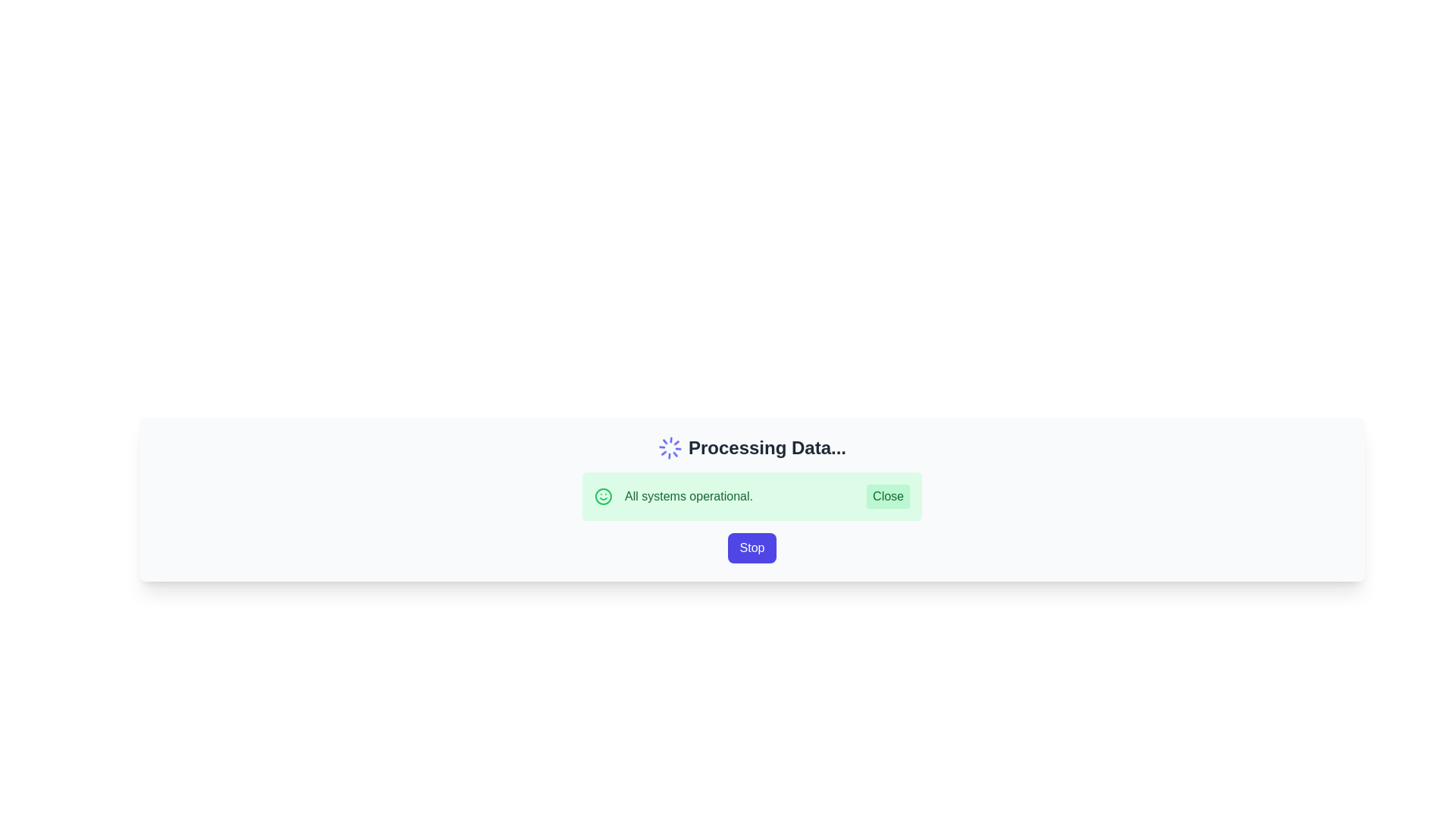 The image size is (1456, 819). I want to click on the positive status icon located on the left side of the notification bar that indicates 'All systems operational.', so click(603, 497).